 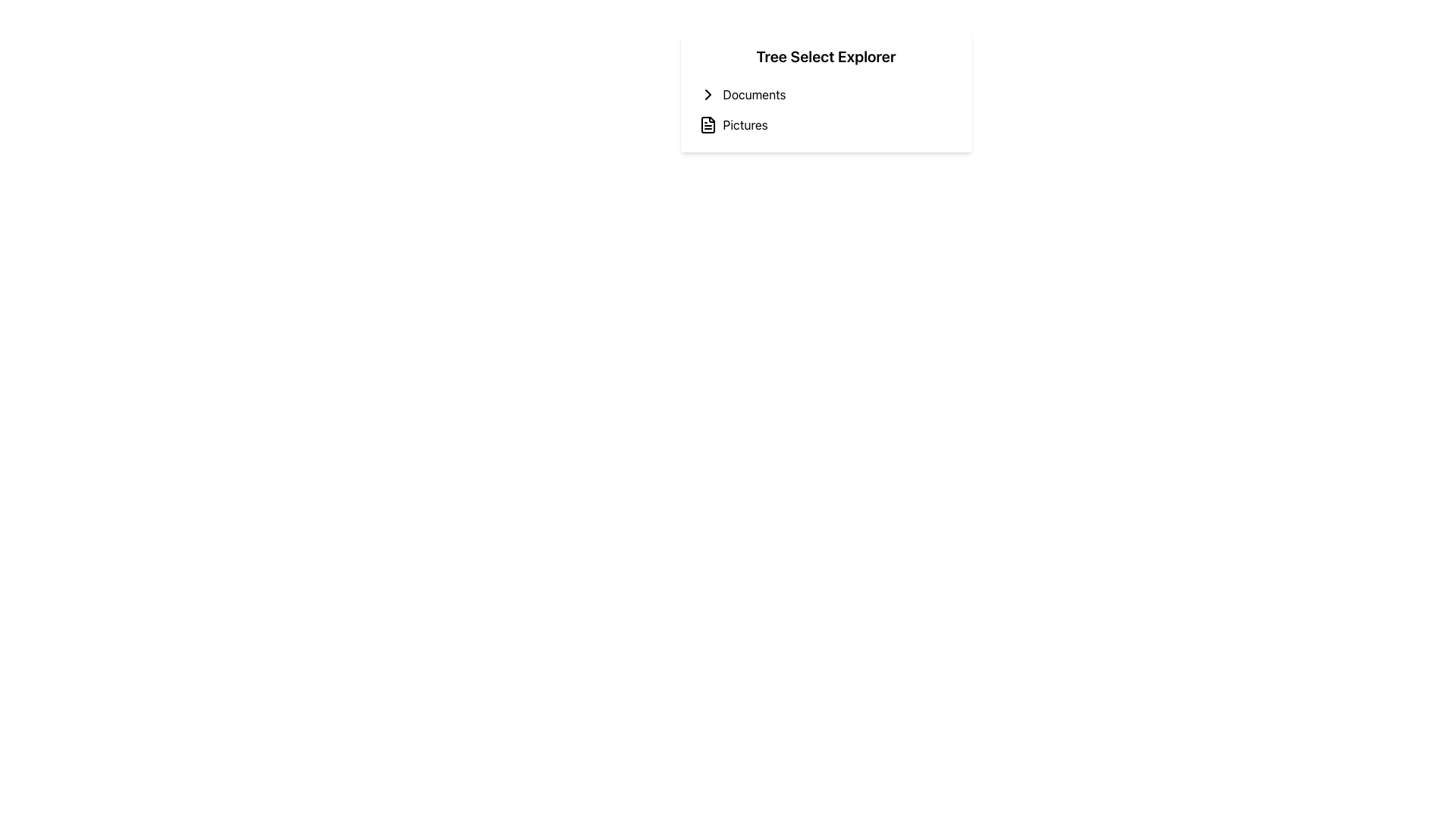 What do you see at coordinates (707, 124) in the screenshot?
I see `the small file icon located to the left of the word 'Pictures', which features a minimalist design representing a document with horizontal lines suggesting text` at bounding box center [707, 124].